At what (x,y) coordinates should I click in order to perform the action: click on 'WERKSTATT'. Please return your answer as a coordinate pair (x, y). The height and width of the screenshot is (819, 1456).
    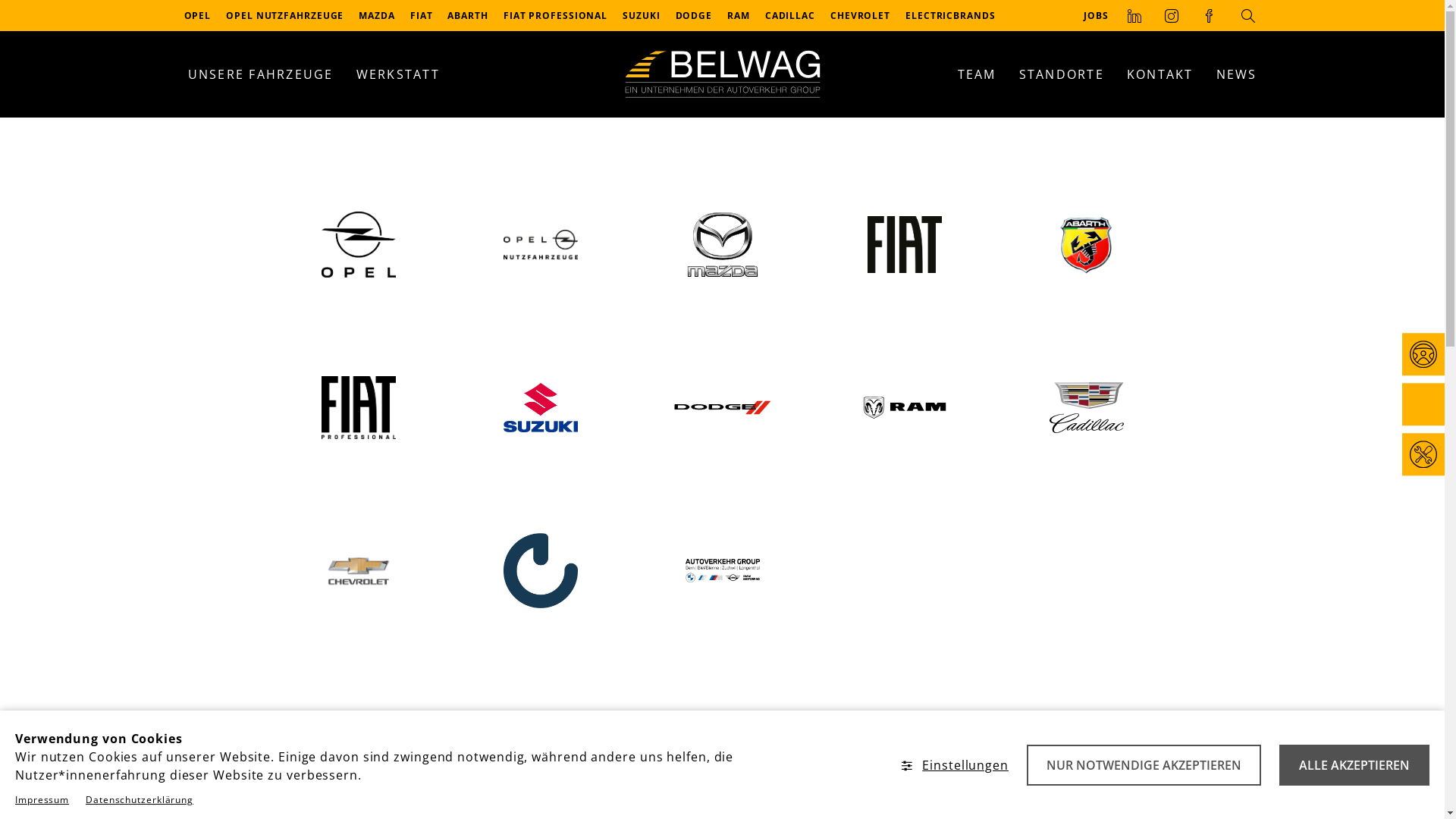
    Looking at the image, I should click on (397, 74).